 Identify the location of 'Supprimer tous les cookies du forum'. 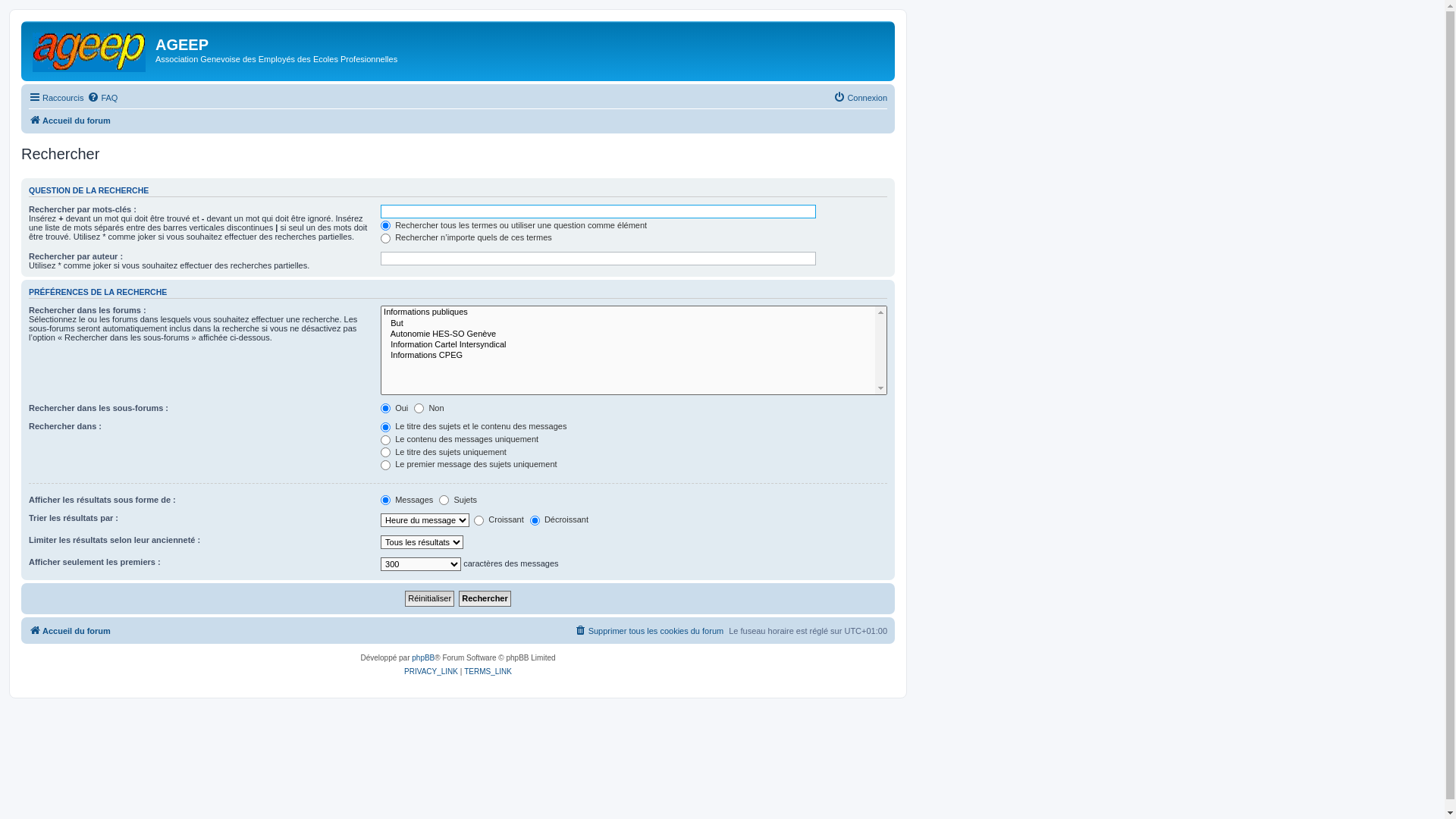
(649, 631).